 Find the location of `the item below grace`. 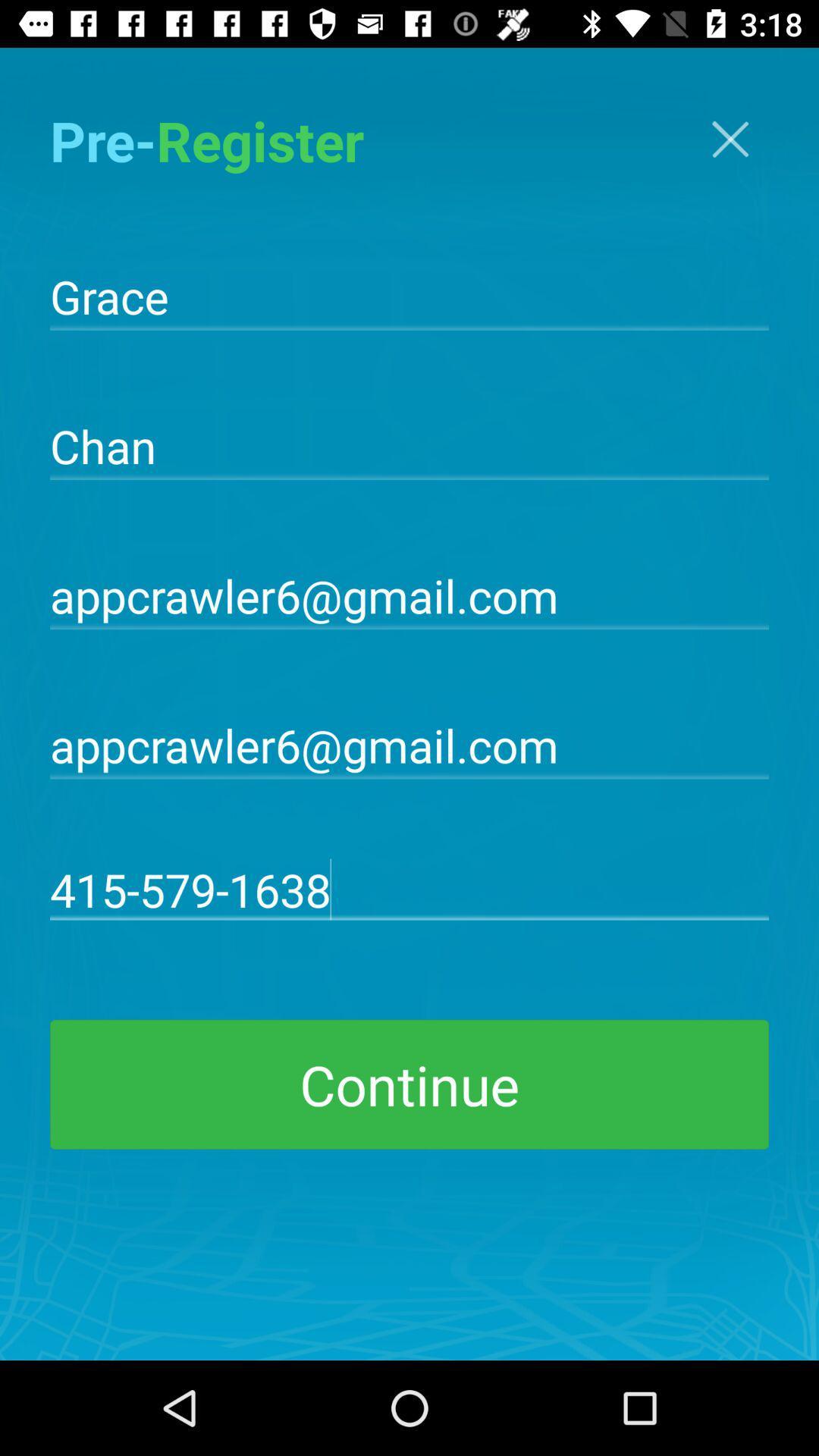

the item below grace is located at coordinates (409, 444).